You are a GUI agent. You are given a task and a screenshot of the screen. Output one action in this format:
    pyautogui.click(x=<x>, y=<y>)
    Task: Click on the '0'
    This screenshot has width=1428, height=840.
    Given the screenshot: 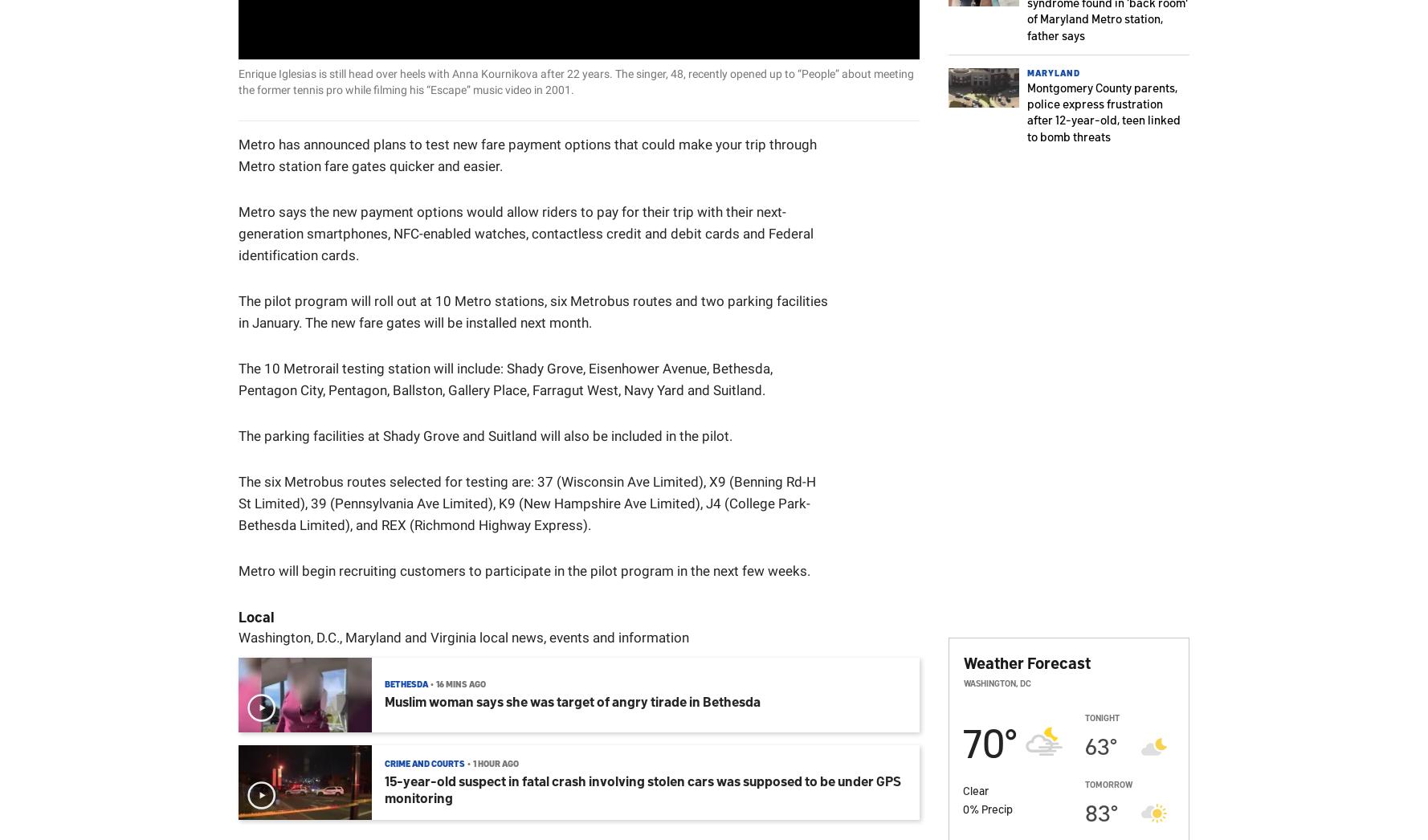 What is the action you would take?
    pyautogui.click(x=965, y=808)
    